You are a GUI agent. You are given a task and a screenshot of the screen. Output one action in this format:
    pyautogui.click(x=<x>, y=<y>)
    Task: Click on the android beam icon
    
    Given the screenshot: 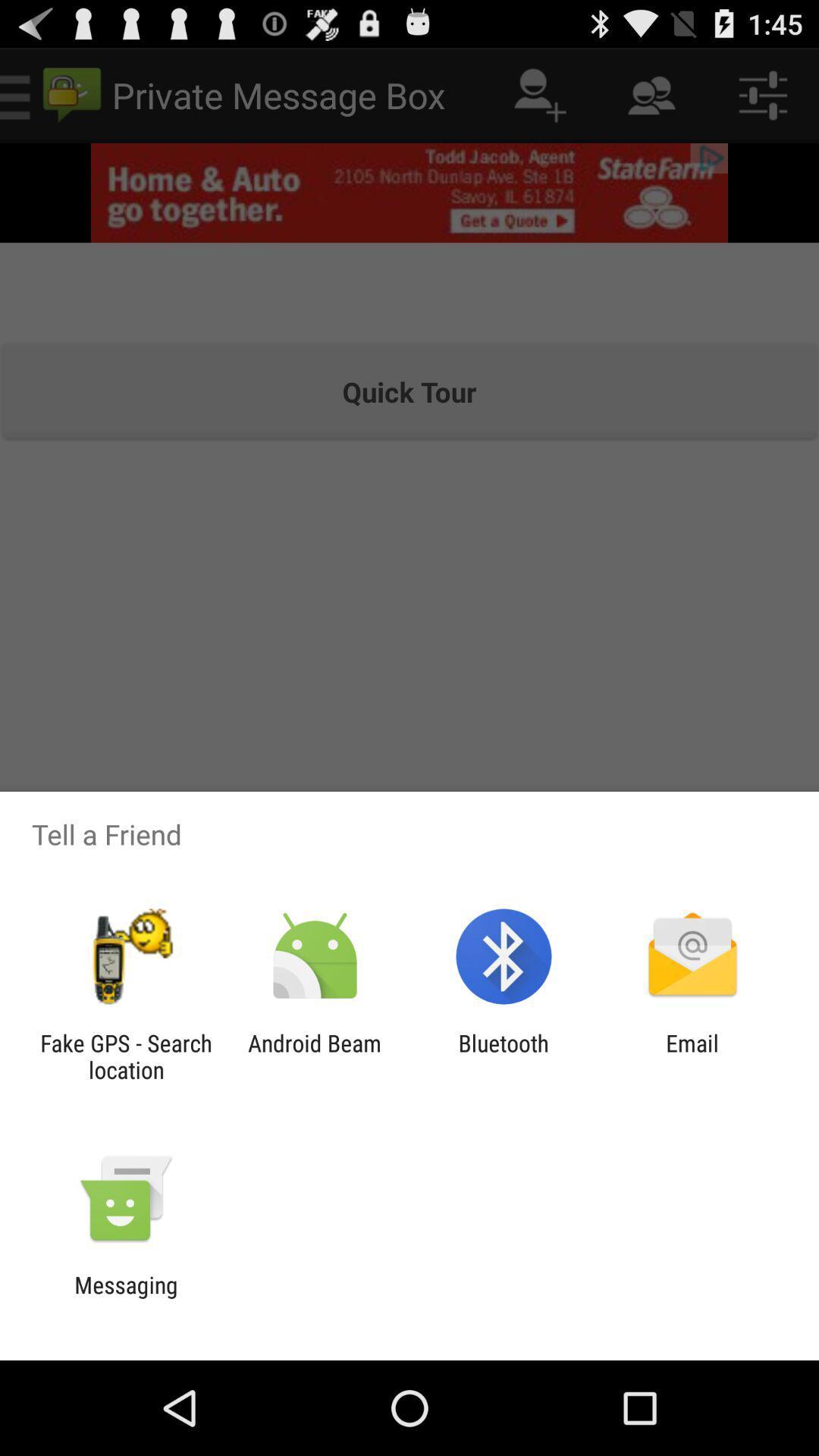 What is the action you would take?
    pyautogui.click(x=314, y=1056)
    